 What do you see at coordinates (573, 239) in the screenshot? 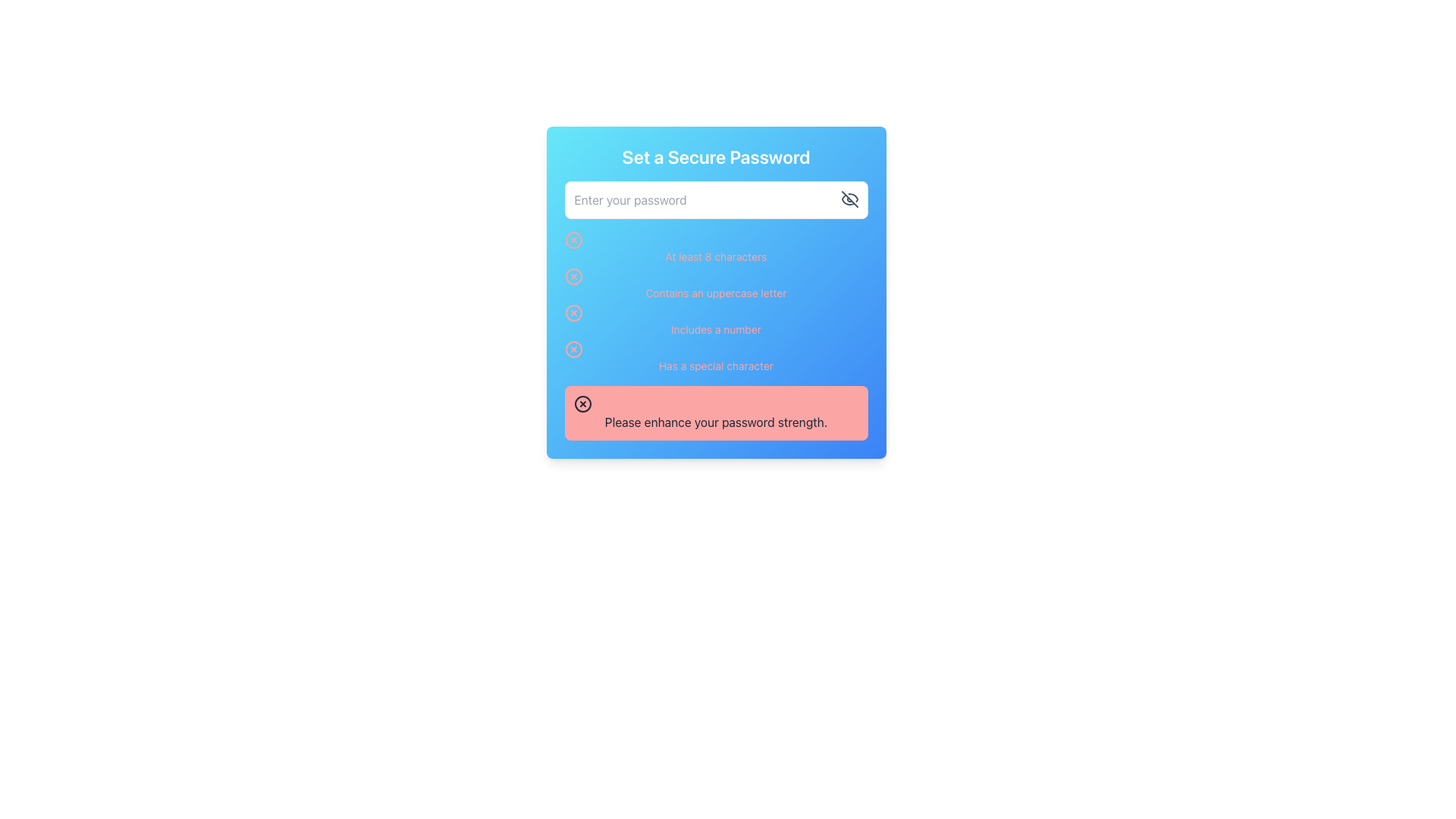
I see `the decorative SVG circle icon that indicates a failed condition, located to the left of the text line in the first position of a vertically aligned list` at bounding box center [573, 239].